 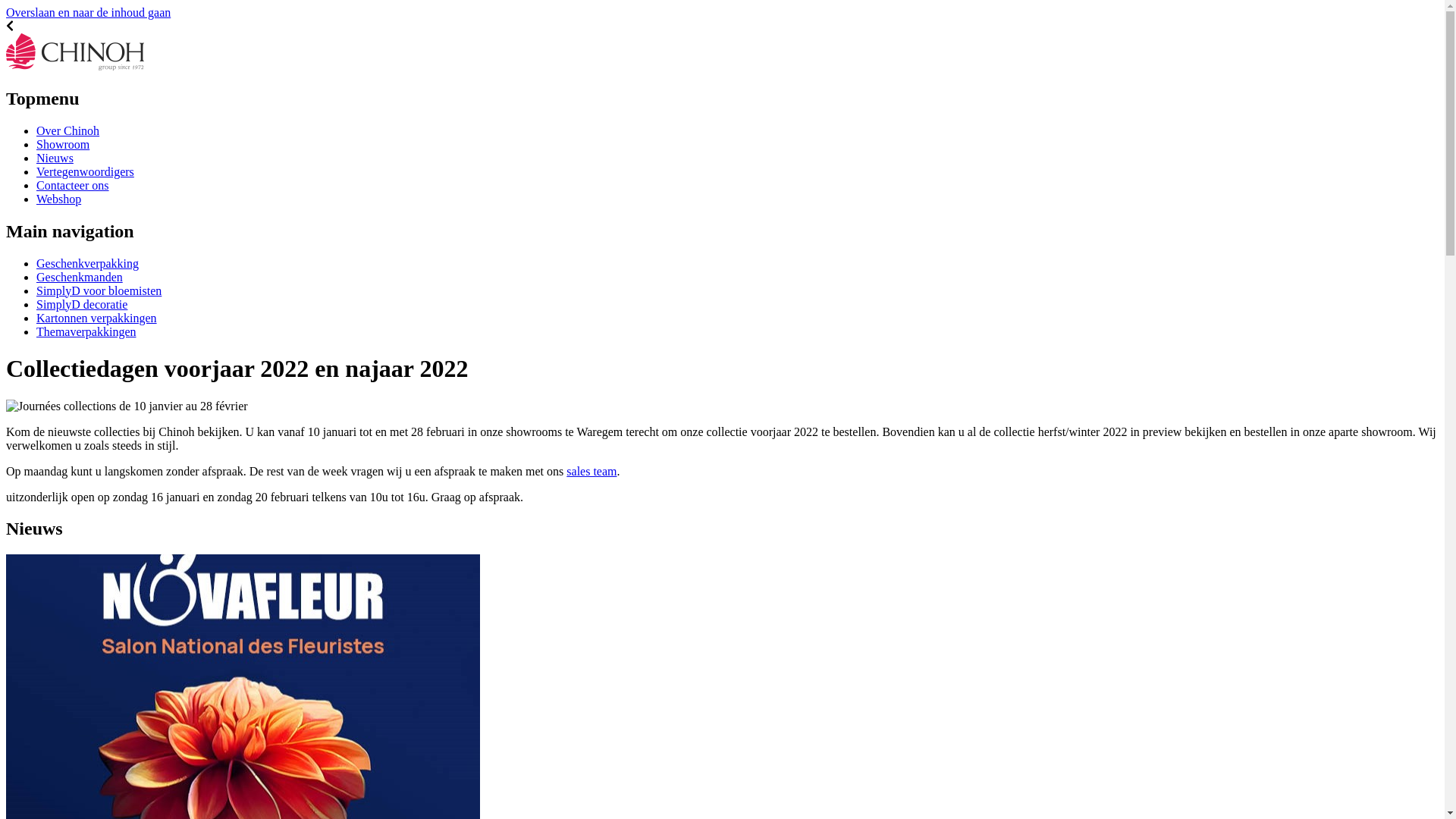 I want to click on 'Showroom', so click(x=61, y=144).